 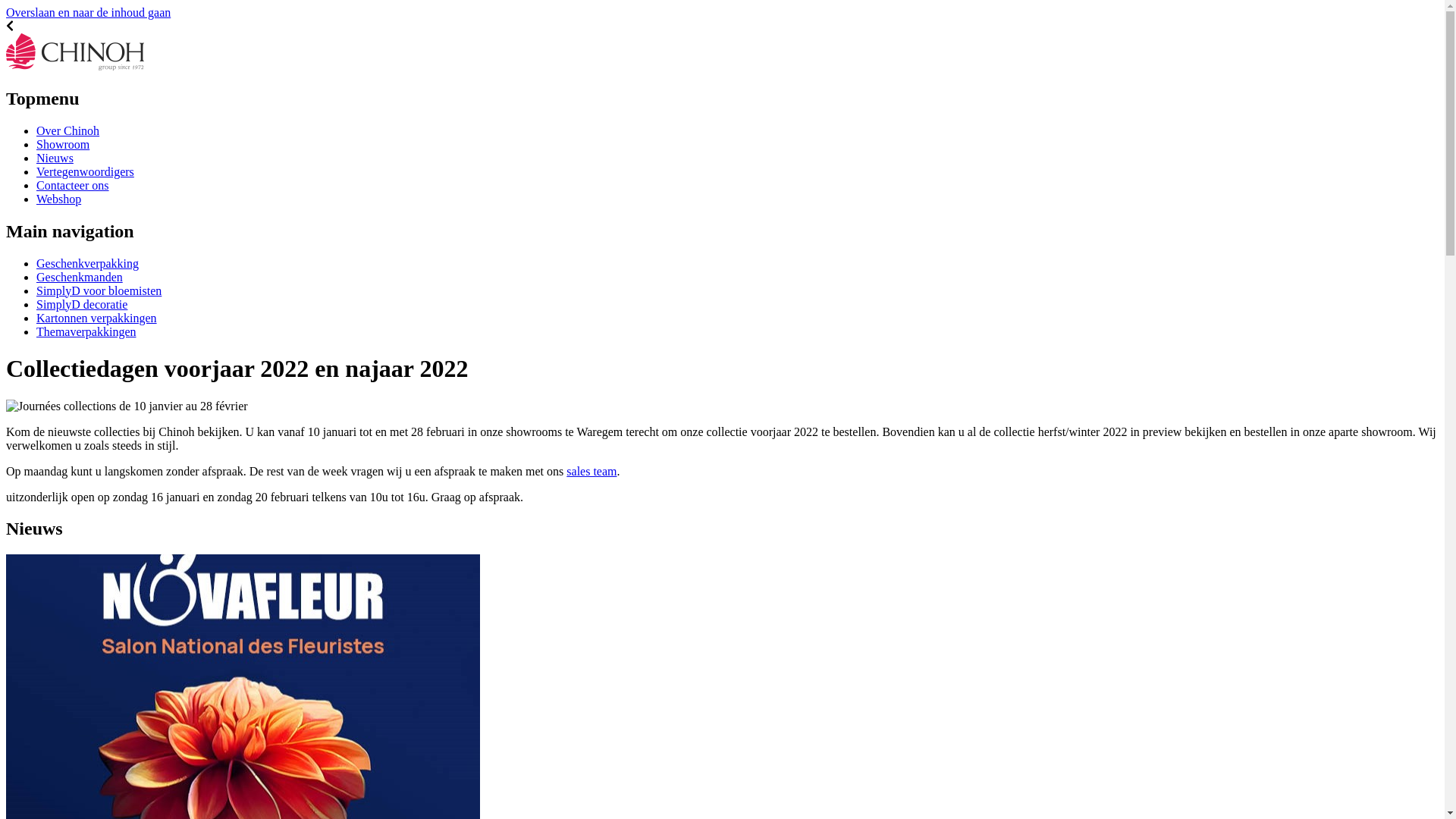 I want to click on 'Showroom', so click(x=61, y=144).